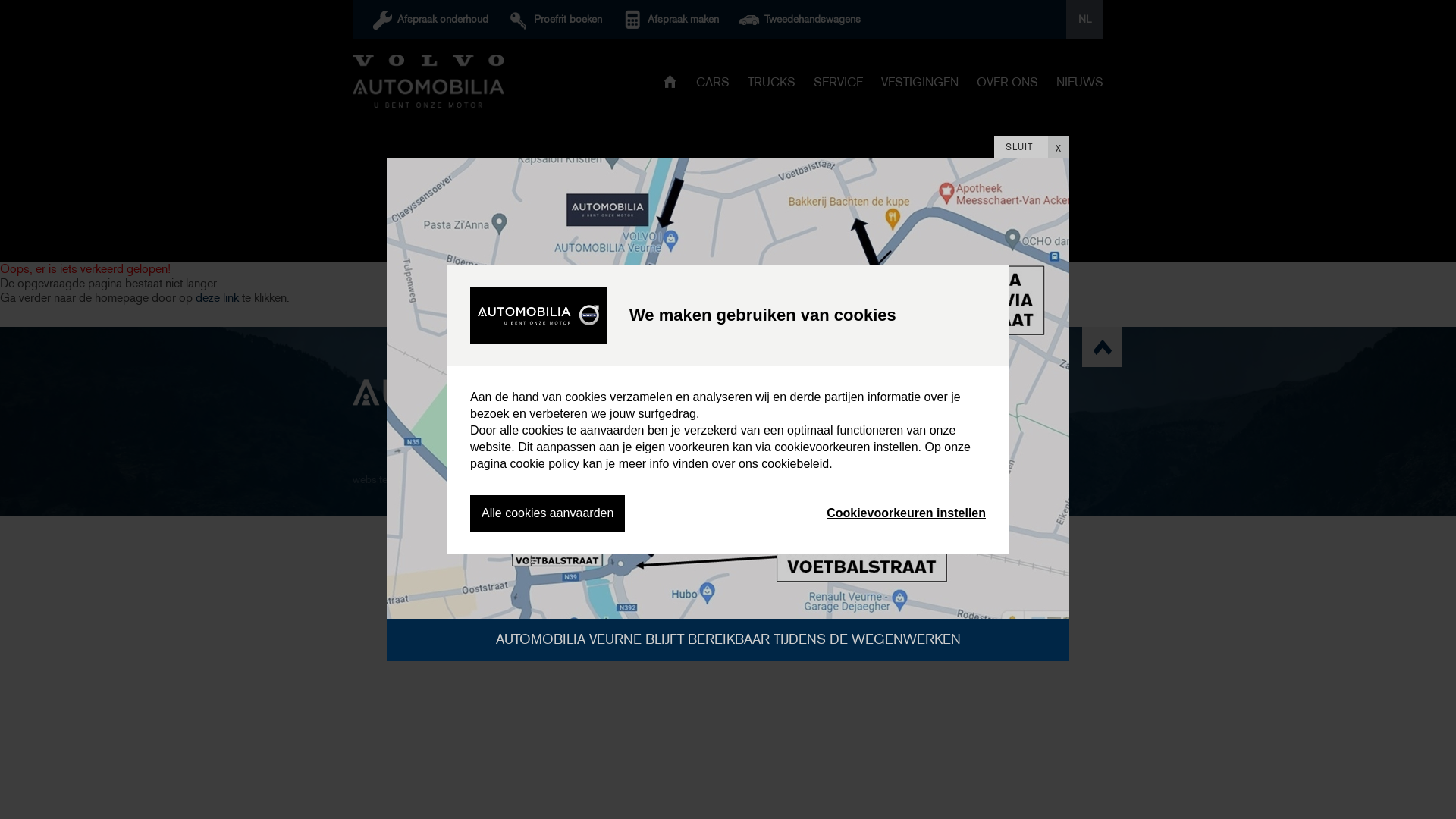 Image resolution: width=1456 pixels, height=819 pixels. Describe the element at coordinates (1079, 85) in the screenshot. I see `'NIEUWS'` at that location.